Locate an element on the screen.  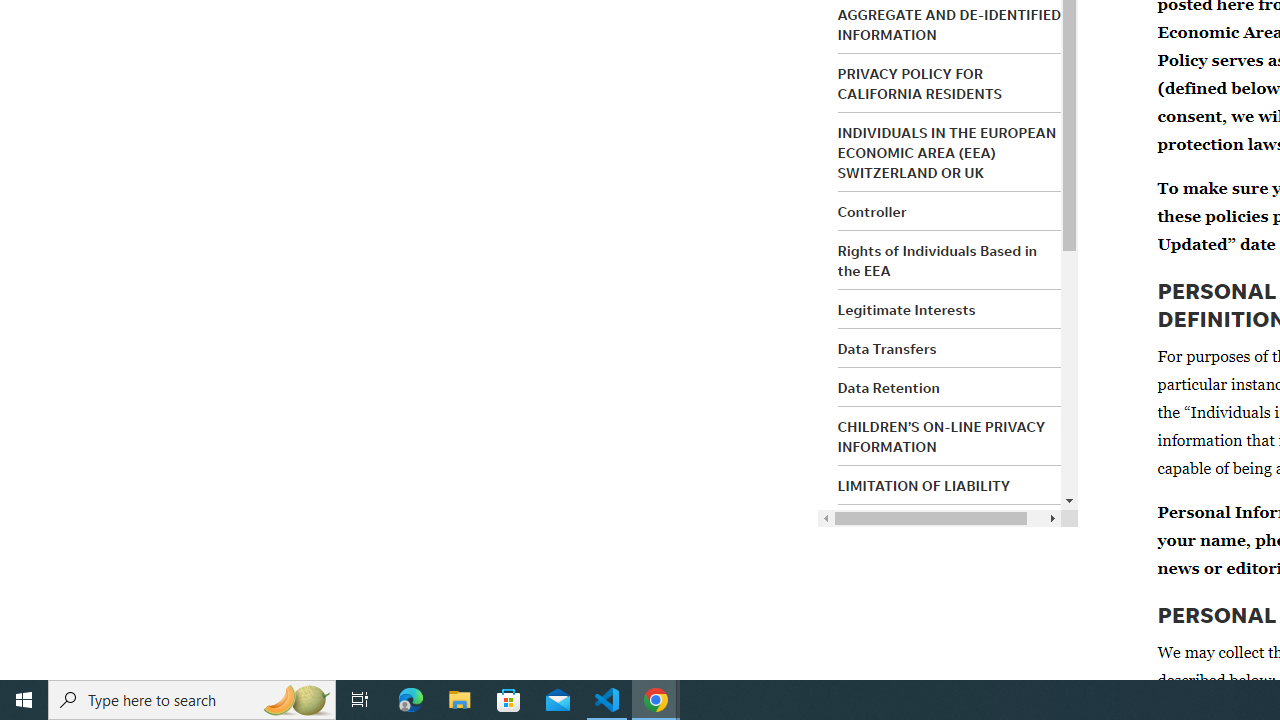
'PRIVACY POLICY FOR CALIFORNIA RESIDENTS' is located at coordinates (918, 82).